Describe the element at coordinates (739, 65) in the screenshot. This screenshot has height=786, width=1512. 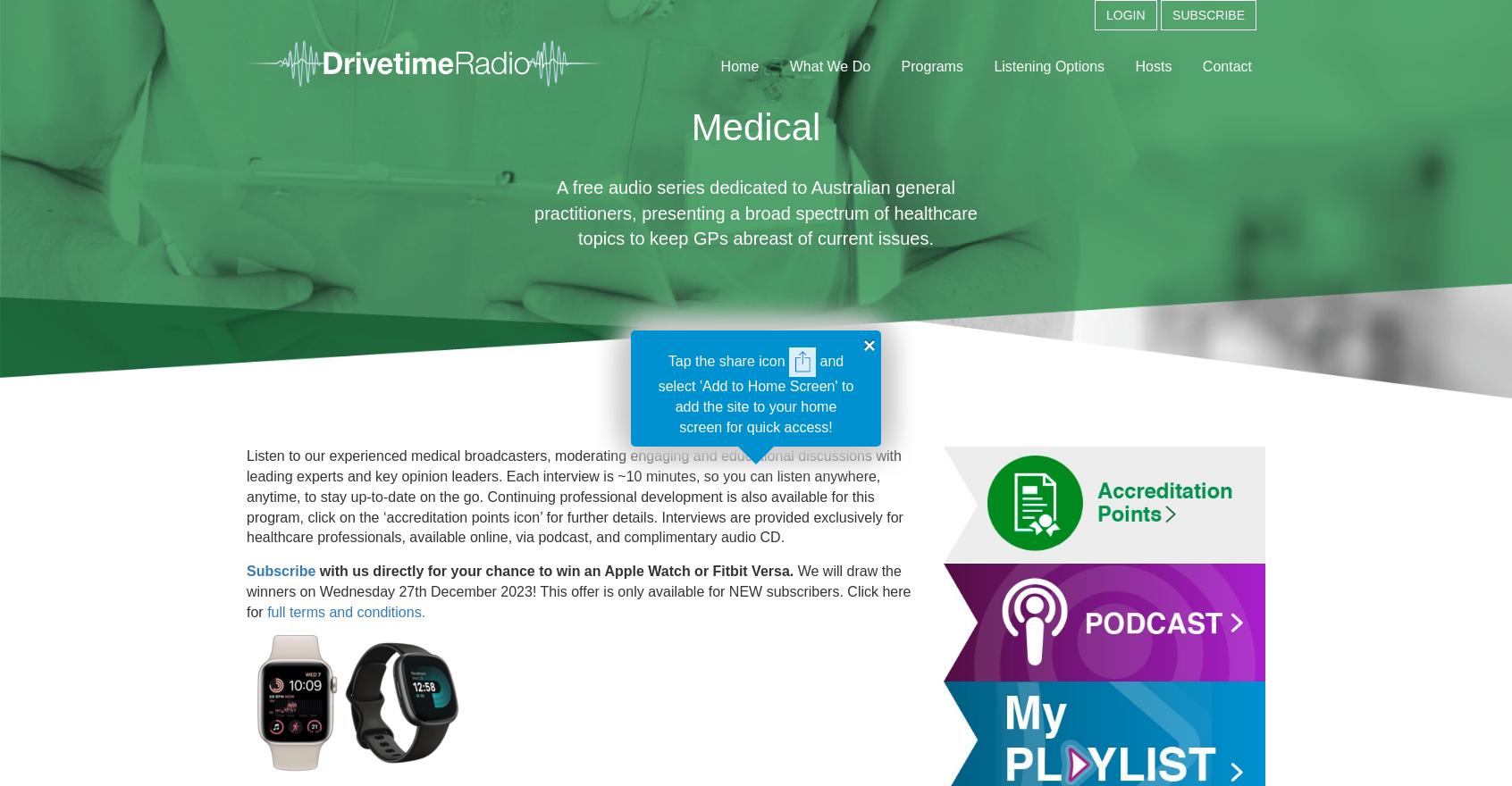
I see `'Home'` at that location.